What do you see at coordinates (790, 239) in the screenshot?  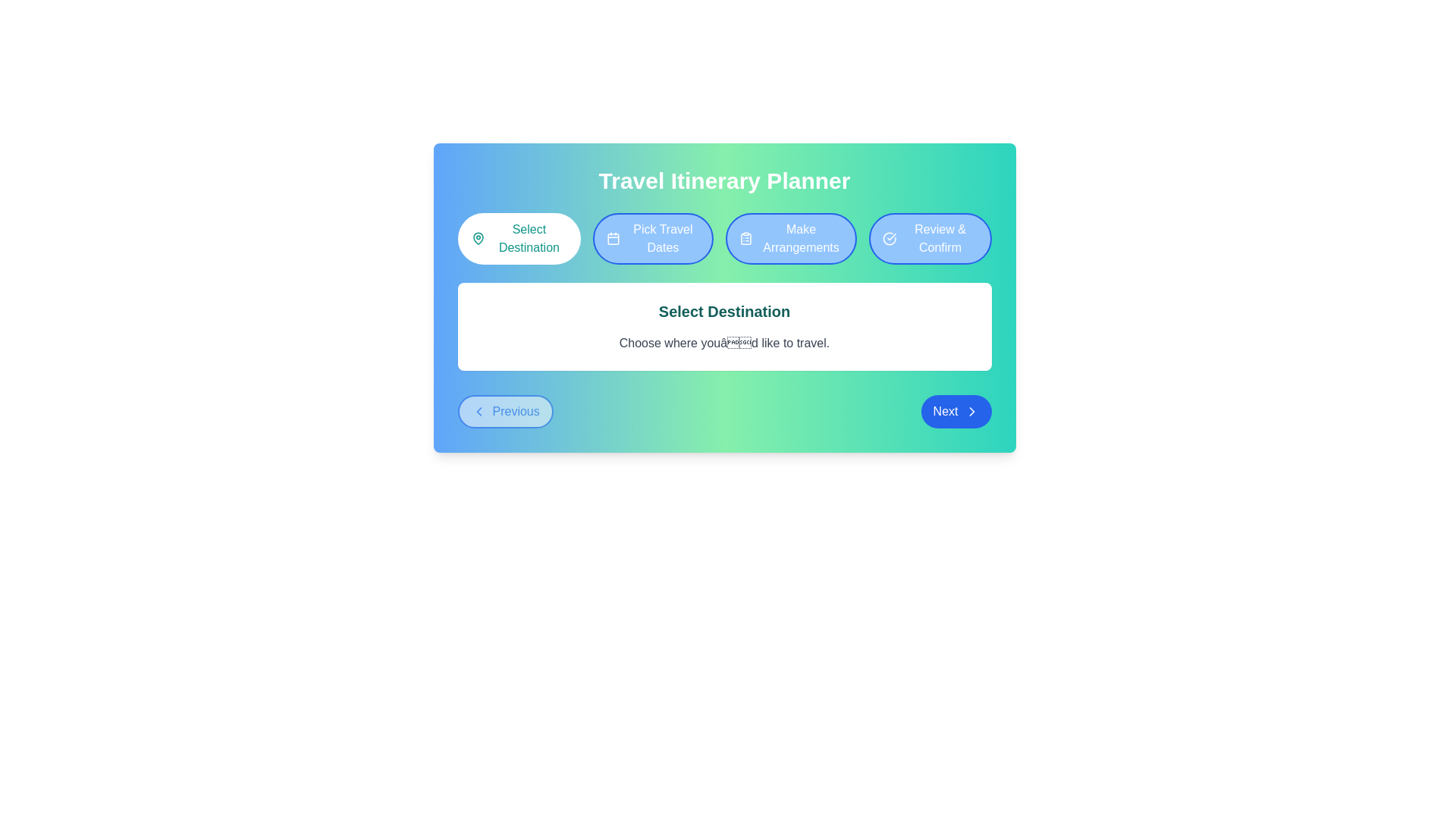 I see `the 'Make Arrangements' button, which is the third button in a horizontal sequence of four buttons at the top-center of the view` at bounding box center [790, 239].